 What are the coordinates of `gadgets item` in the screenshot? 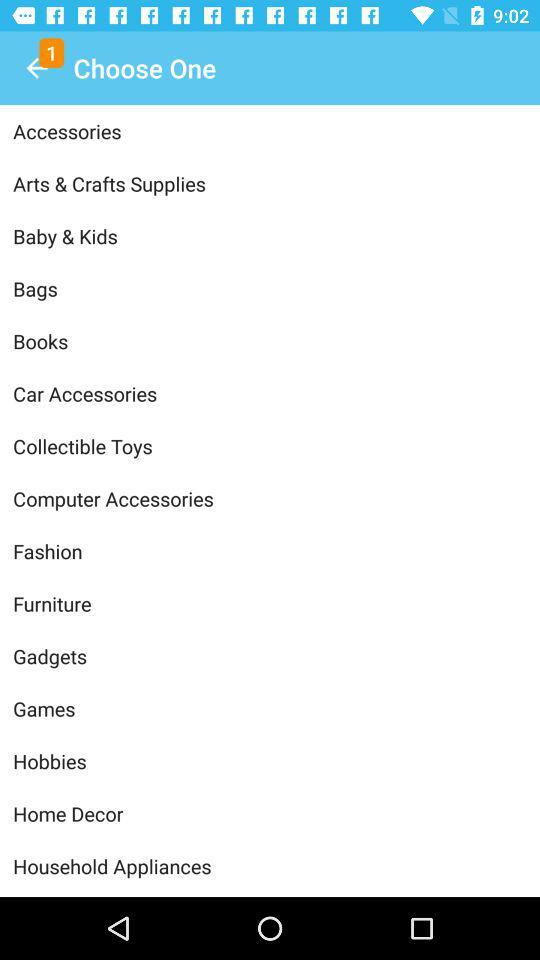 It's located at (270, 655).